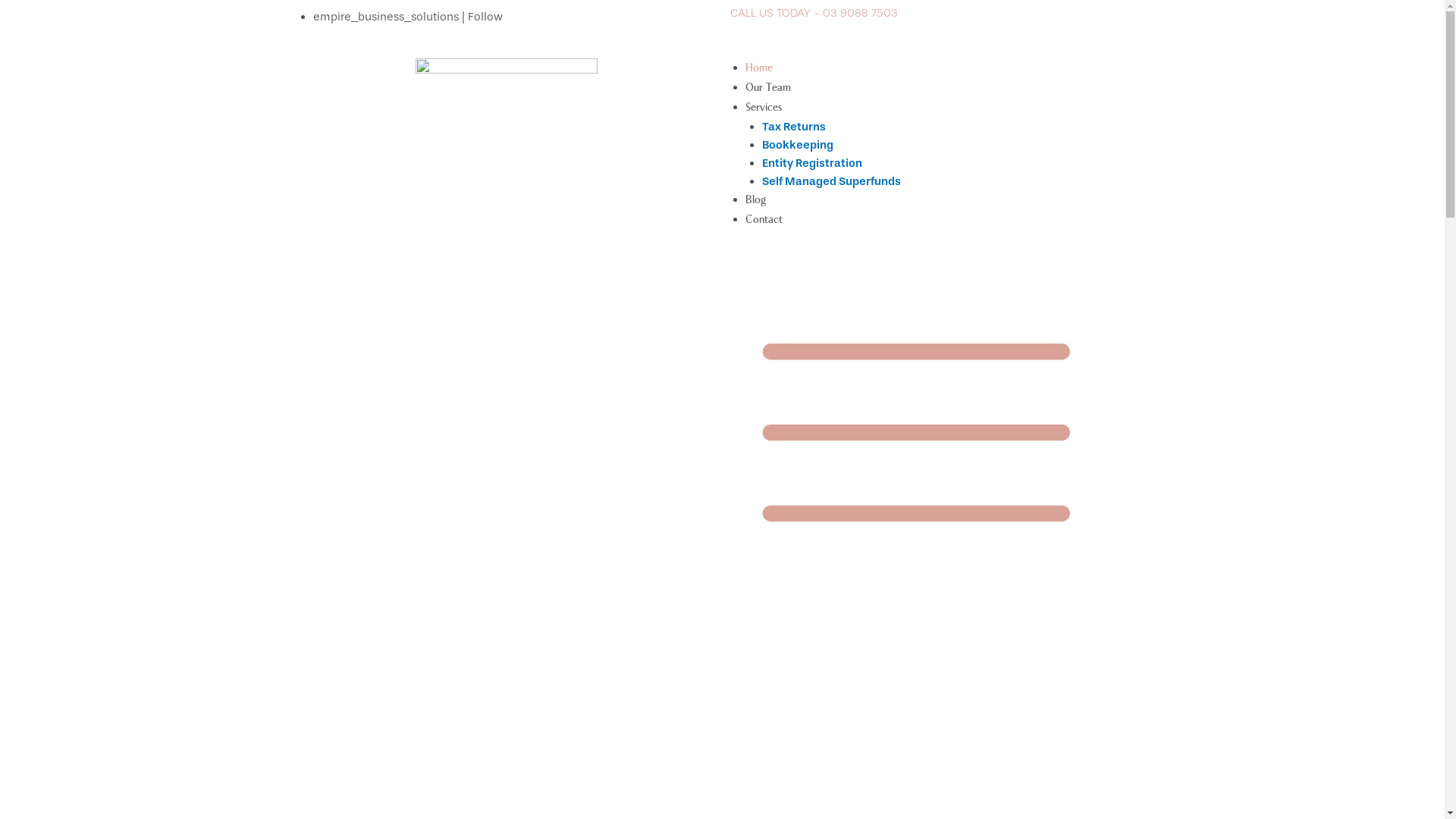  I want to click on 'Contact', so click(763, 219).